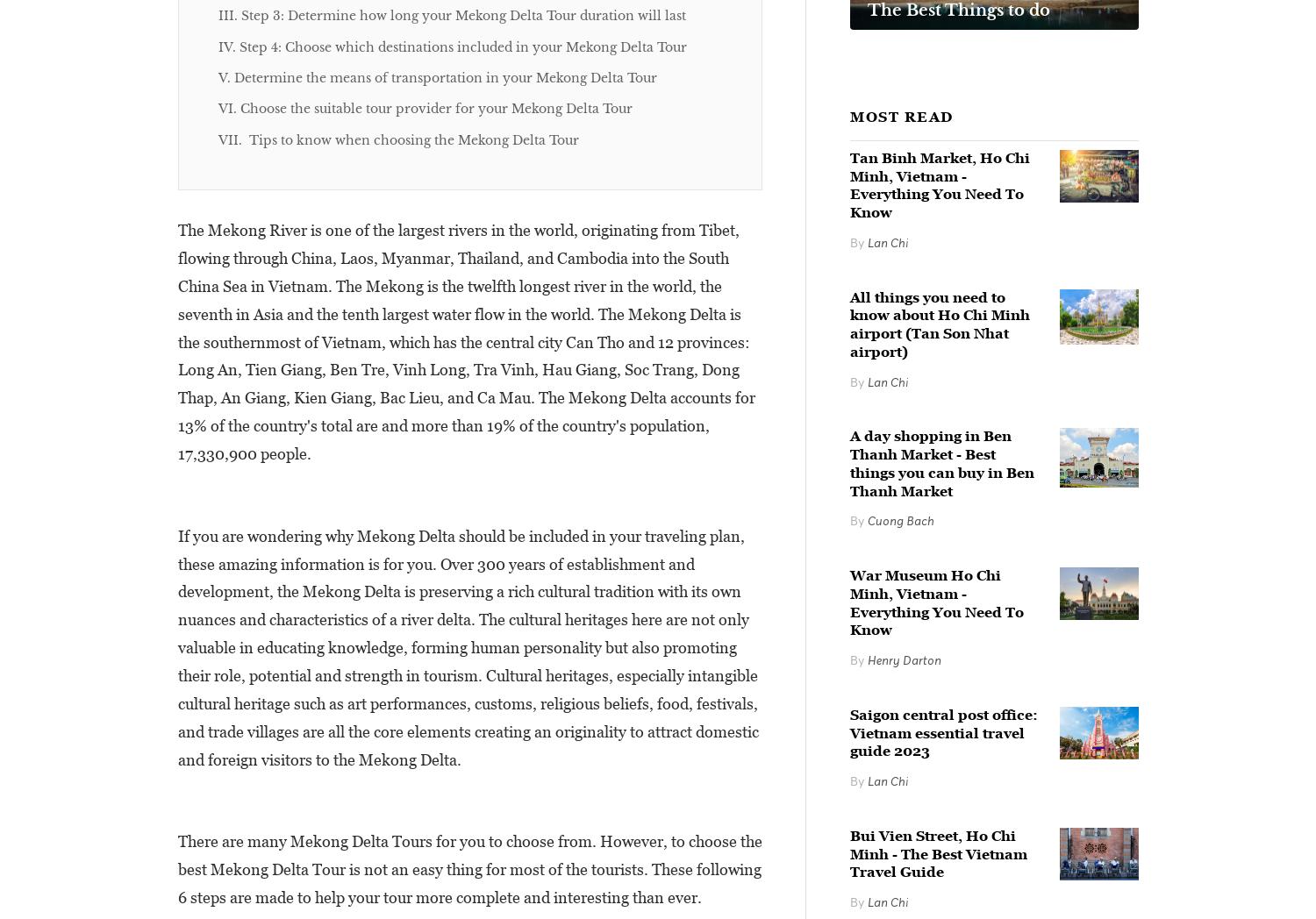  What do you see at coordinates (176, 340) in the screenshot?
I see `'The Mekong River is one of the largest rivers in the world, originating from Tibet, flowing through China, Laos, Myanmar, Thailand, and Cambodia into the South China Sea in Vietnam. The Mekong is the twelfth longest river in the world, the seventh in Asia and the tenth largest water flow in the world. The Mekong Delta is the southernmost of Vietnam, which has the central city Can Tho and 12 provinces: Long An, Tien Giang, Ben Tre, Vinh Long, Tra Vinh, Hau Giang, Soc Trang, Dong Thap, An Giang, Kien Giang, Bac Lieu, and Ca Mau. The Mekong Delta accounts for 13% of the country's total are and more than 19% of the country's population, 17,330,900 people.'` at bounding box center [176, 340].